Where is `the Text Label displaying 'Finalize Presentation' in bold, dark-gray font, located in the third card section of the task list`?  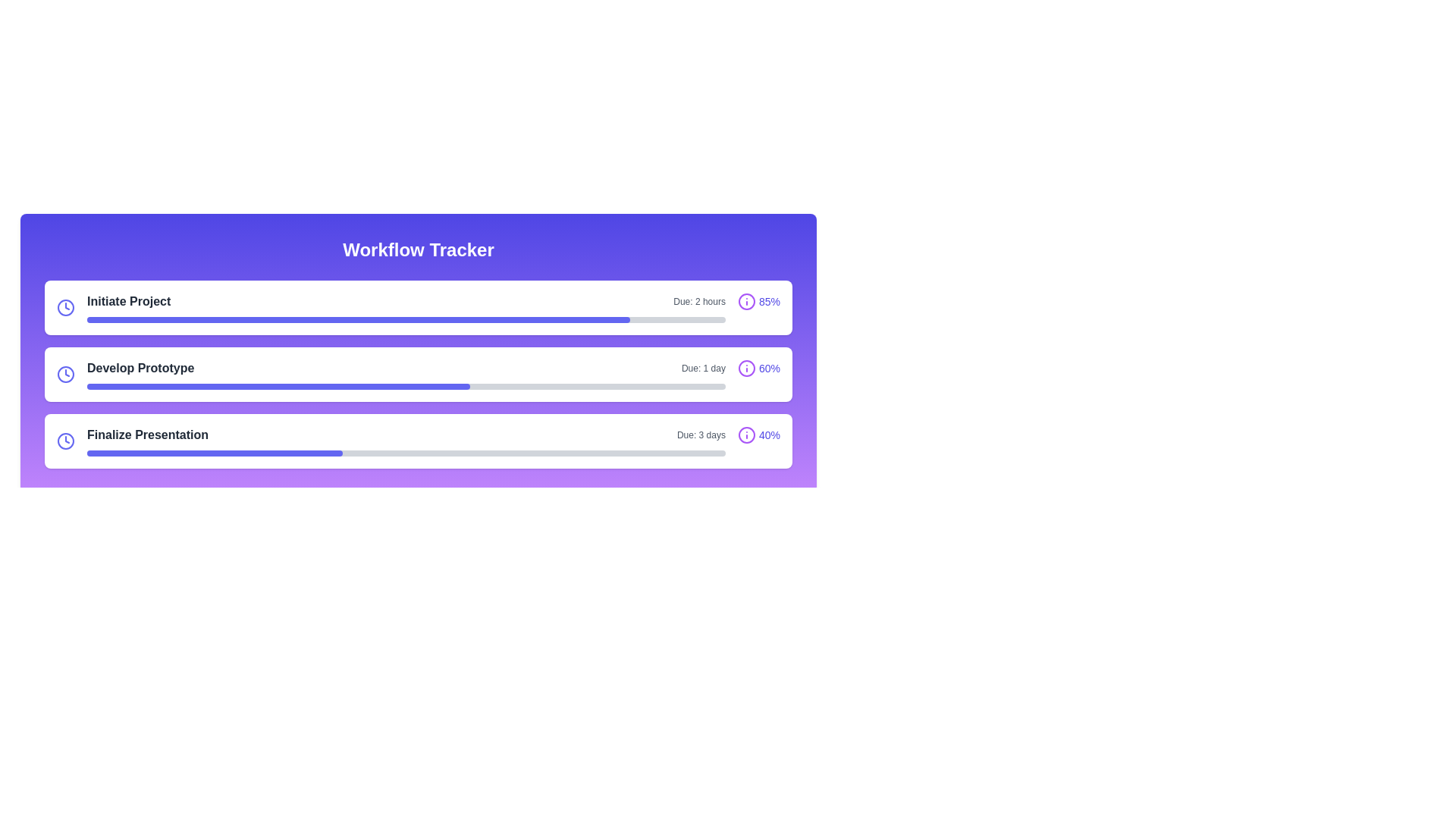
the Text Label displaying 'Finalize Presentation' in bold, dark-gray font, located in the third card section of the task list is located at coordinates (148, 435).